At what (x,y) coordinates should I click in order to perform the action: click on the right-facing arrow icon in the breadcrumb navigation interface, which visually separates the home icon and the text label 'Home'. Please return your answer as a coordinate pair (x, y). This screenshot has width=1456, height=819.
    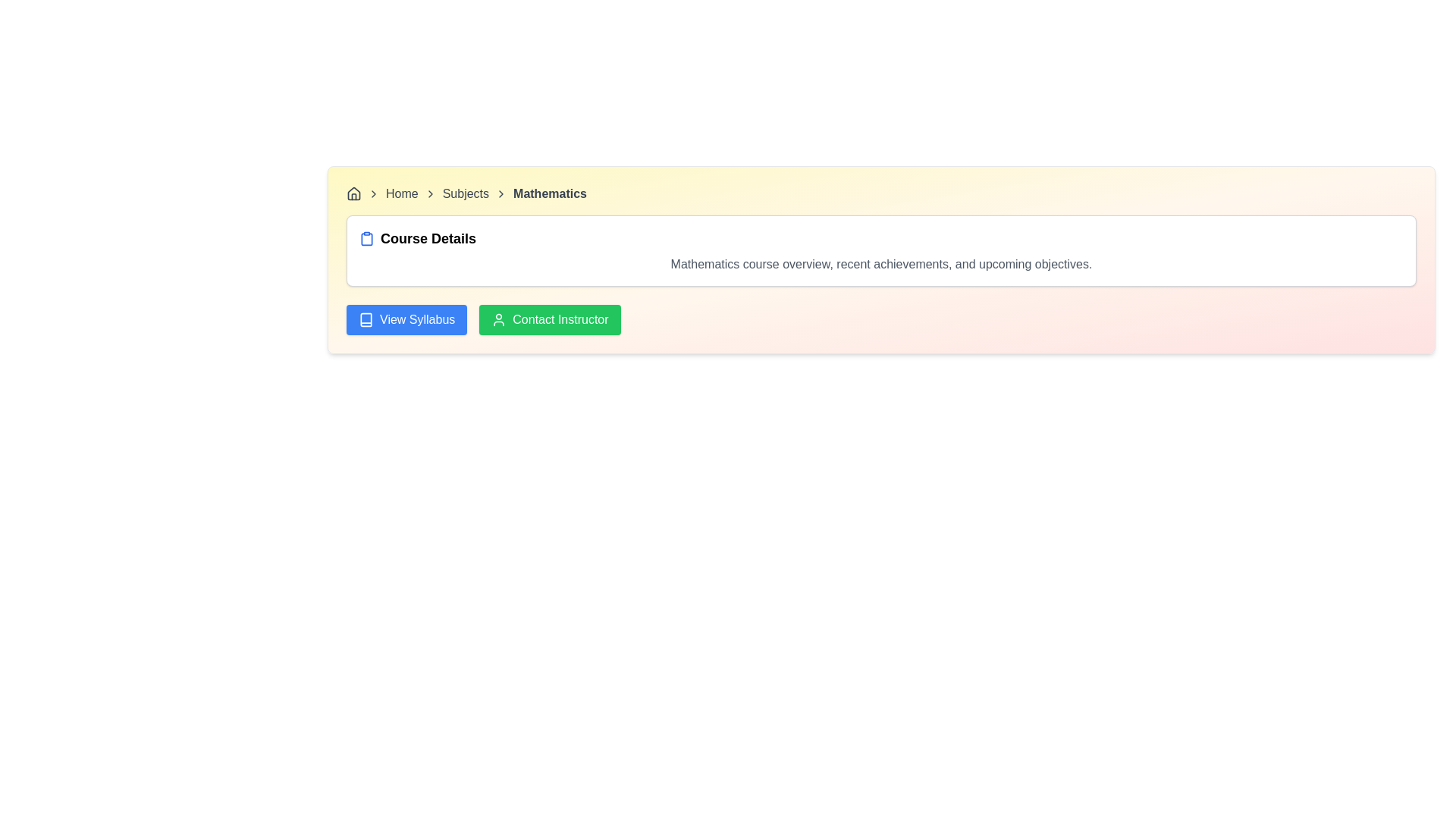
    Looking at the image, I should click on (374, 193).